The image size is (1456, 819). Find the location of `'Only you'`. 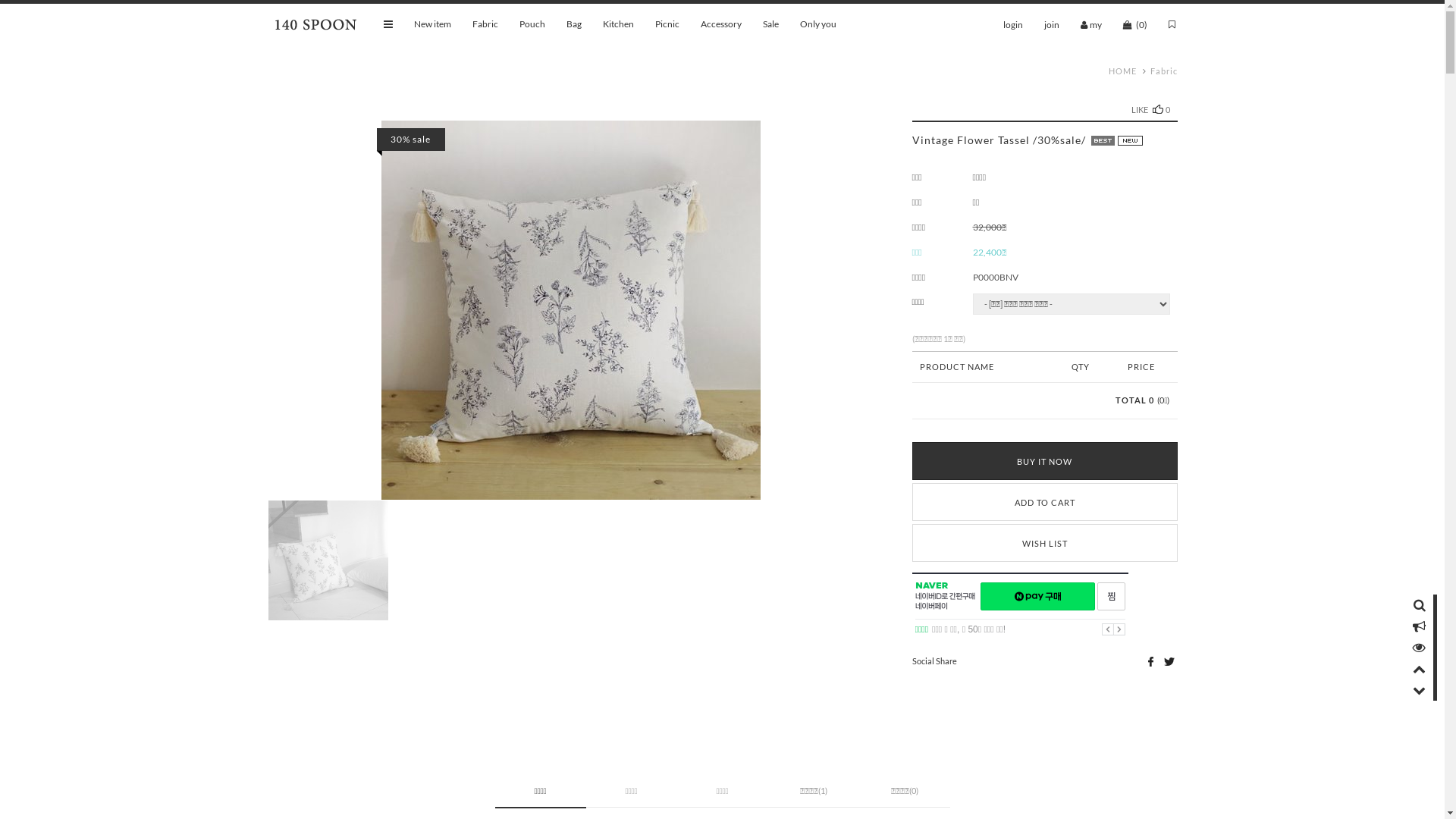

'Only you' is located at coordinates (799, 24).